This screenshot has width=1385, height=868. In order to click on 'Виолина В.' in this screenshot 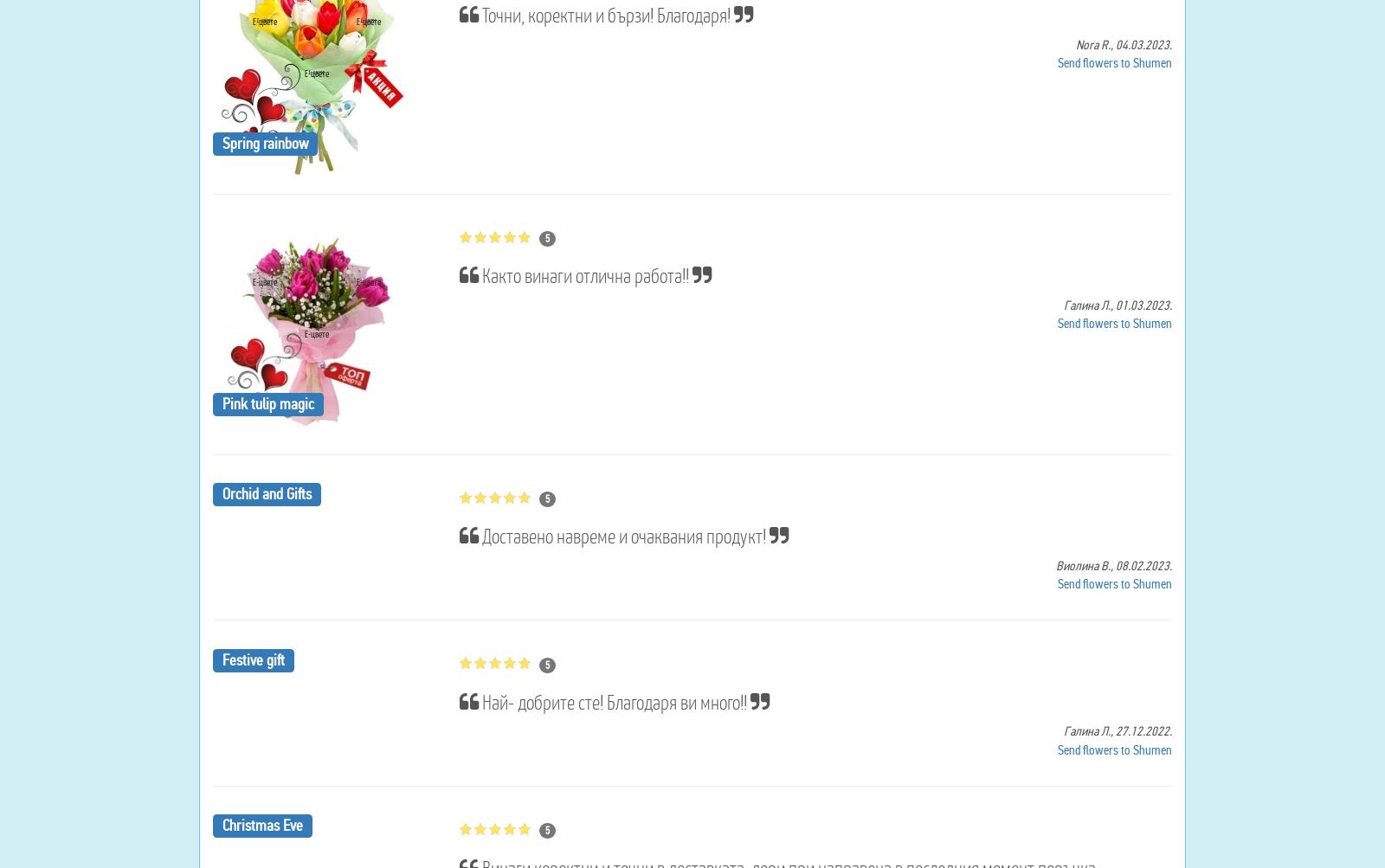, I will do `click(1055, 564)`.